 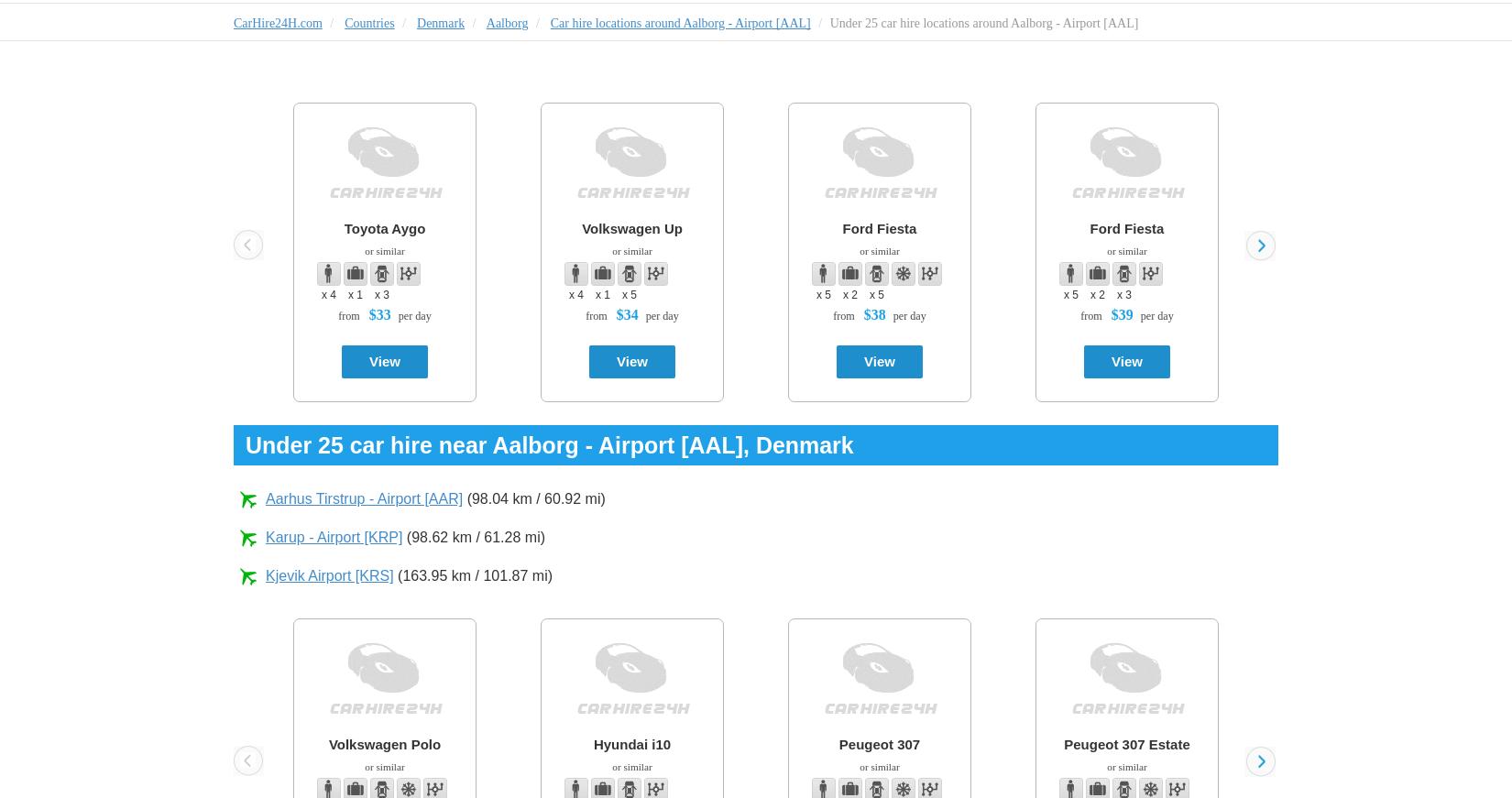 I want to click on 'Countries', so click(x=368, y=22).